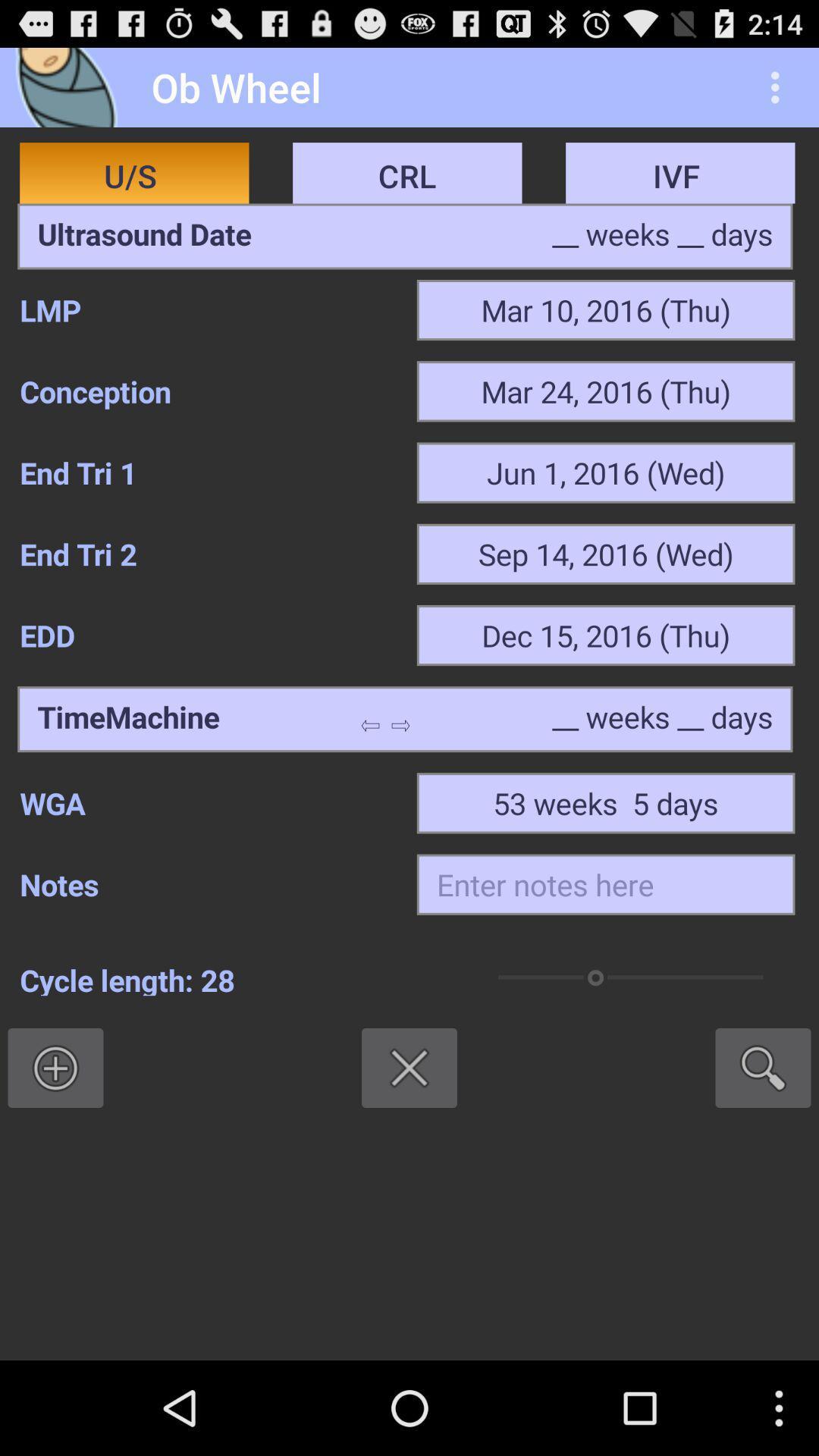  What do you see at coordinates (71, 86) in the screenshot?
I see `homescreen` at bounding box center [71, 86].